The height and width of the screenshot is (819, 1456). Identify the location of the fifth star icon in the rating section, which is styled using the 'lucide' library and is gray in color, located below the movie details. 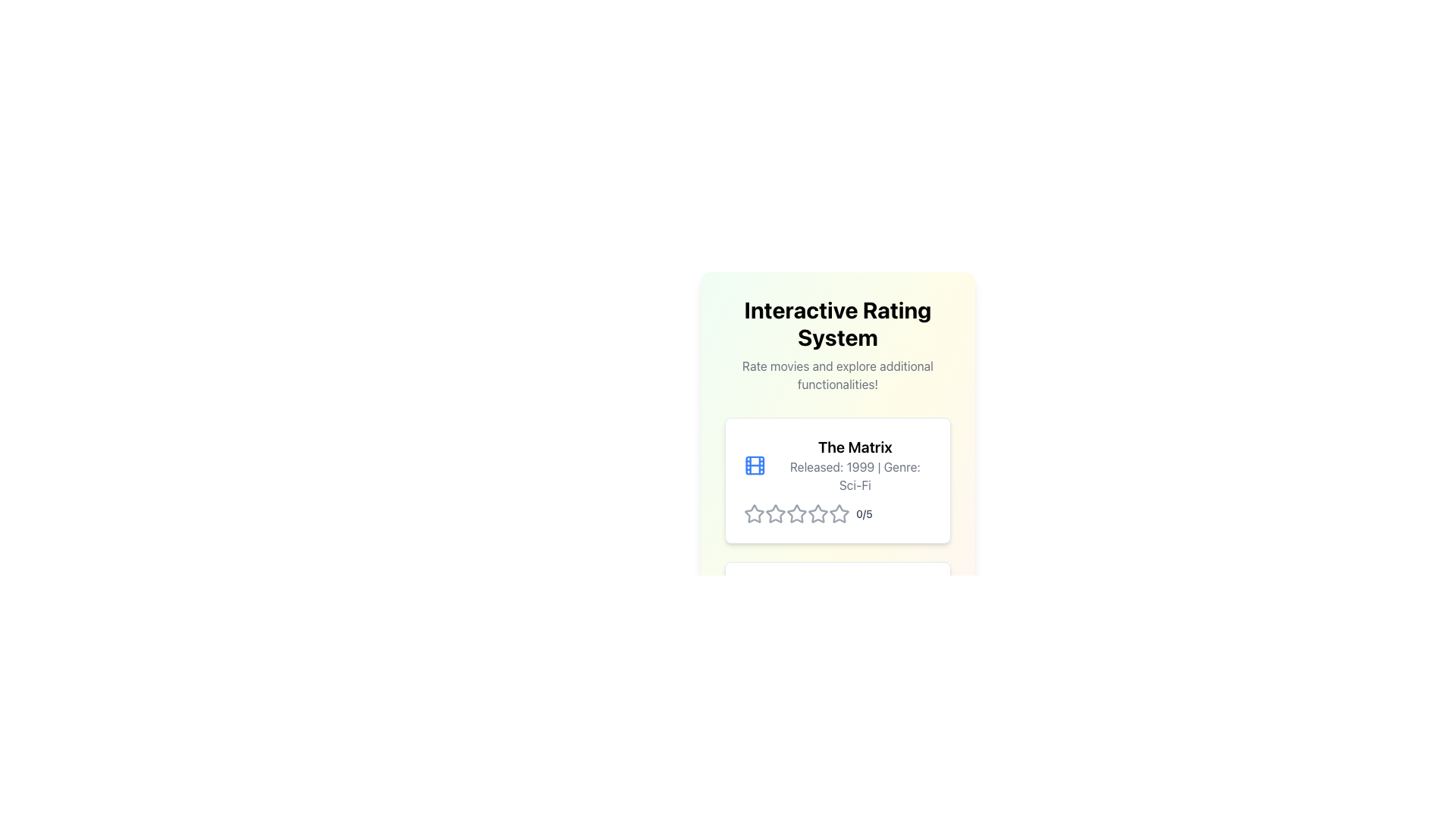
(839, 513).